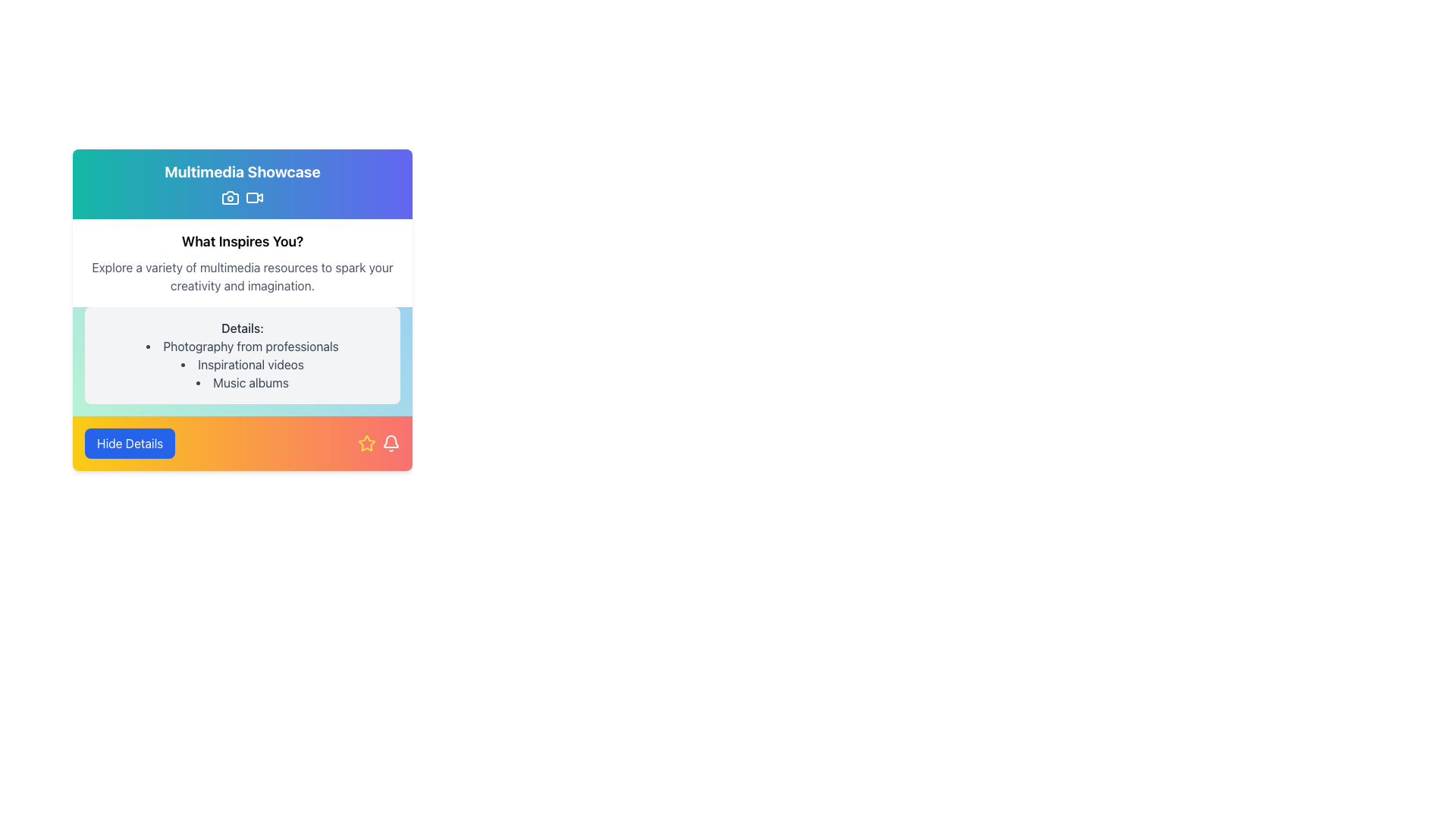  What do you see at coordinates (130, 444) in the screenshot?
I see `the vibrant blue rectangular button labeled 'Hide Details' located in the bottom left corner of the section with a gradient background to hide details` at bounding box center [130, 444].